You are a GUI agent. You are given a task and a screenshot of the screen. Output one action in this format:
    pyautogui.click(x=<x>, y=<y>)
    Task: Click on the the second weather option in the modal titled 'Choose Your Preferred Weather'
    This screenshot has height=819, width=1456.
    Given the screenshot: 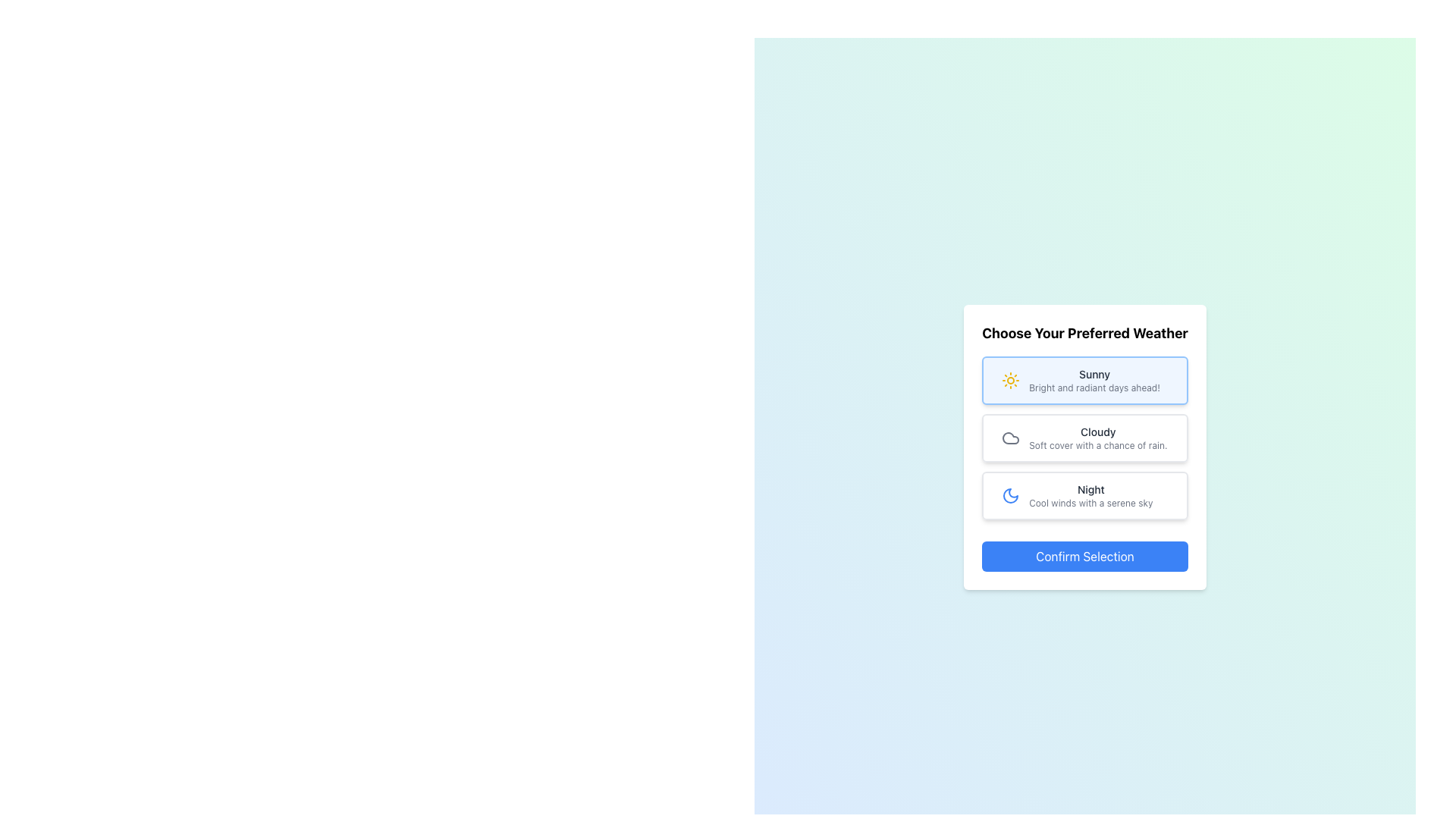 What is the action you would take?
    pyautogui.click(x=1084, y=438)
    